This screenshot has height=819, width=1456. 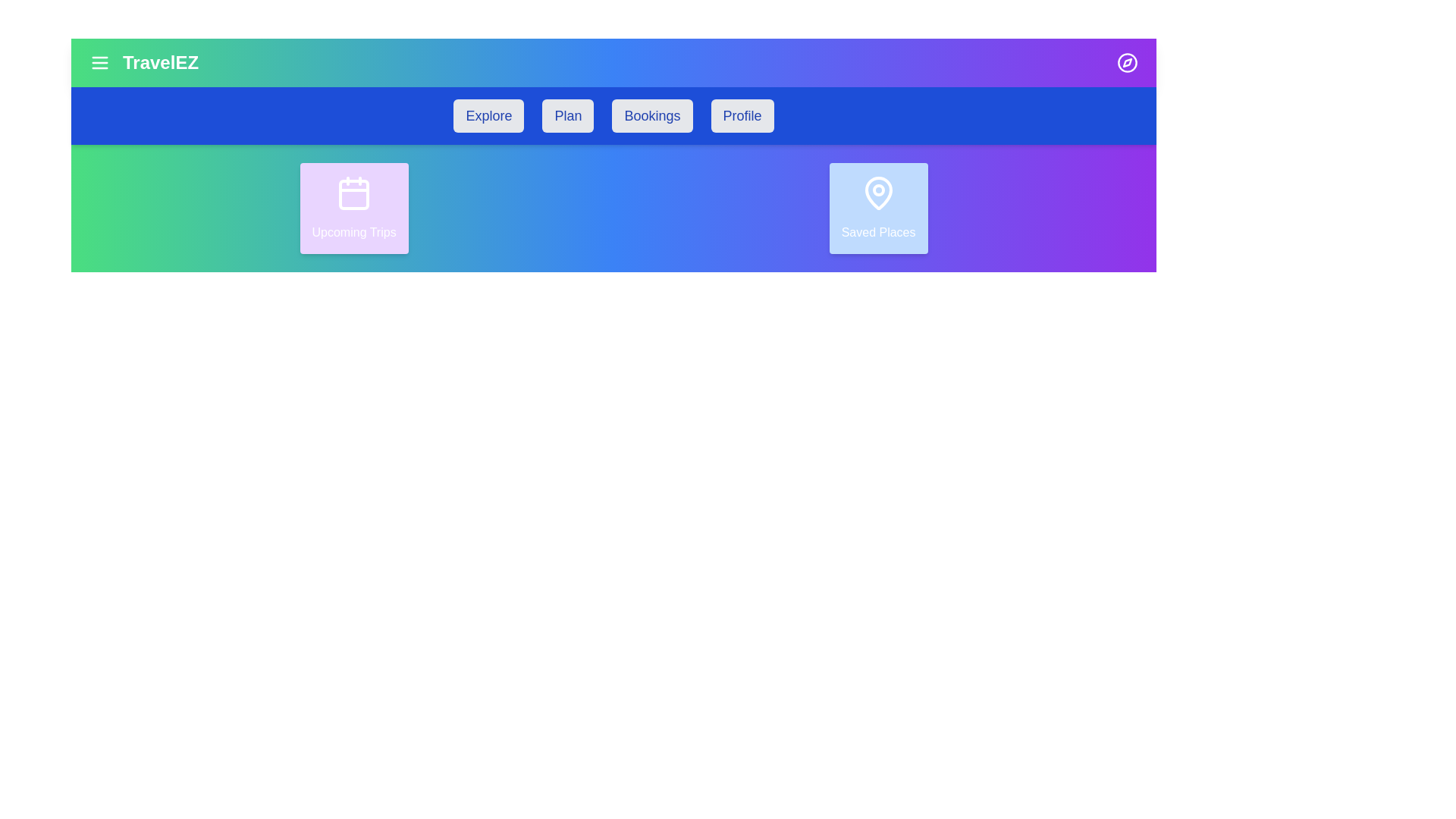 I want to click on the menu item labeled Plan to navigate to the corresponding section, so click(x=567, y=115).